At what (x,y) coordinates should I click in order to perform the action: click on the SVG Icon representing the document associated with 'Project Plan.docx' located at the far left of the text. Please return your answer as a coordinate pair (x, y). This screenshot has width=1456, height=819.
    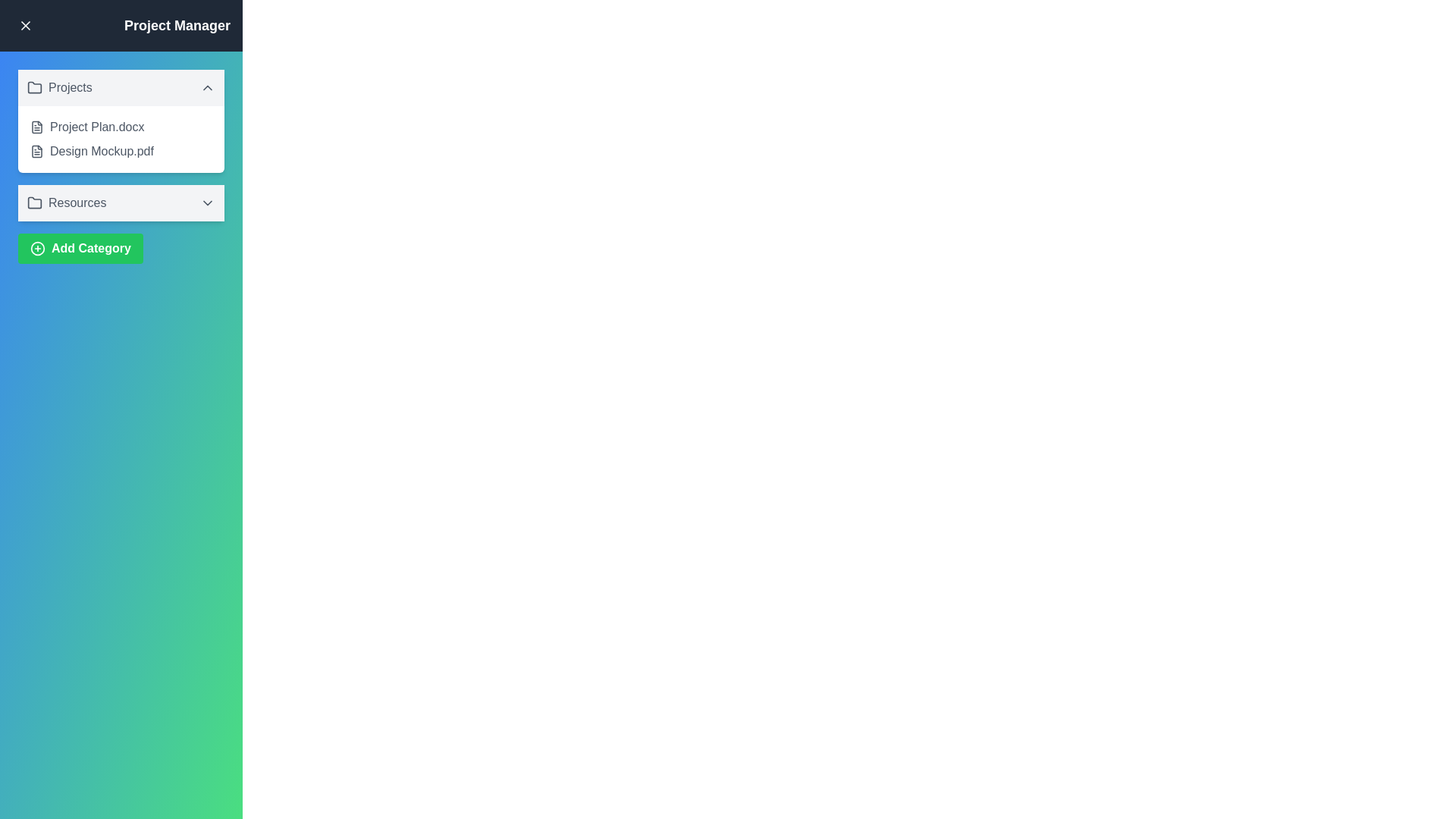
    Looking at the image, I should click on (36, 127).